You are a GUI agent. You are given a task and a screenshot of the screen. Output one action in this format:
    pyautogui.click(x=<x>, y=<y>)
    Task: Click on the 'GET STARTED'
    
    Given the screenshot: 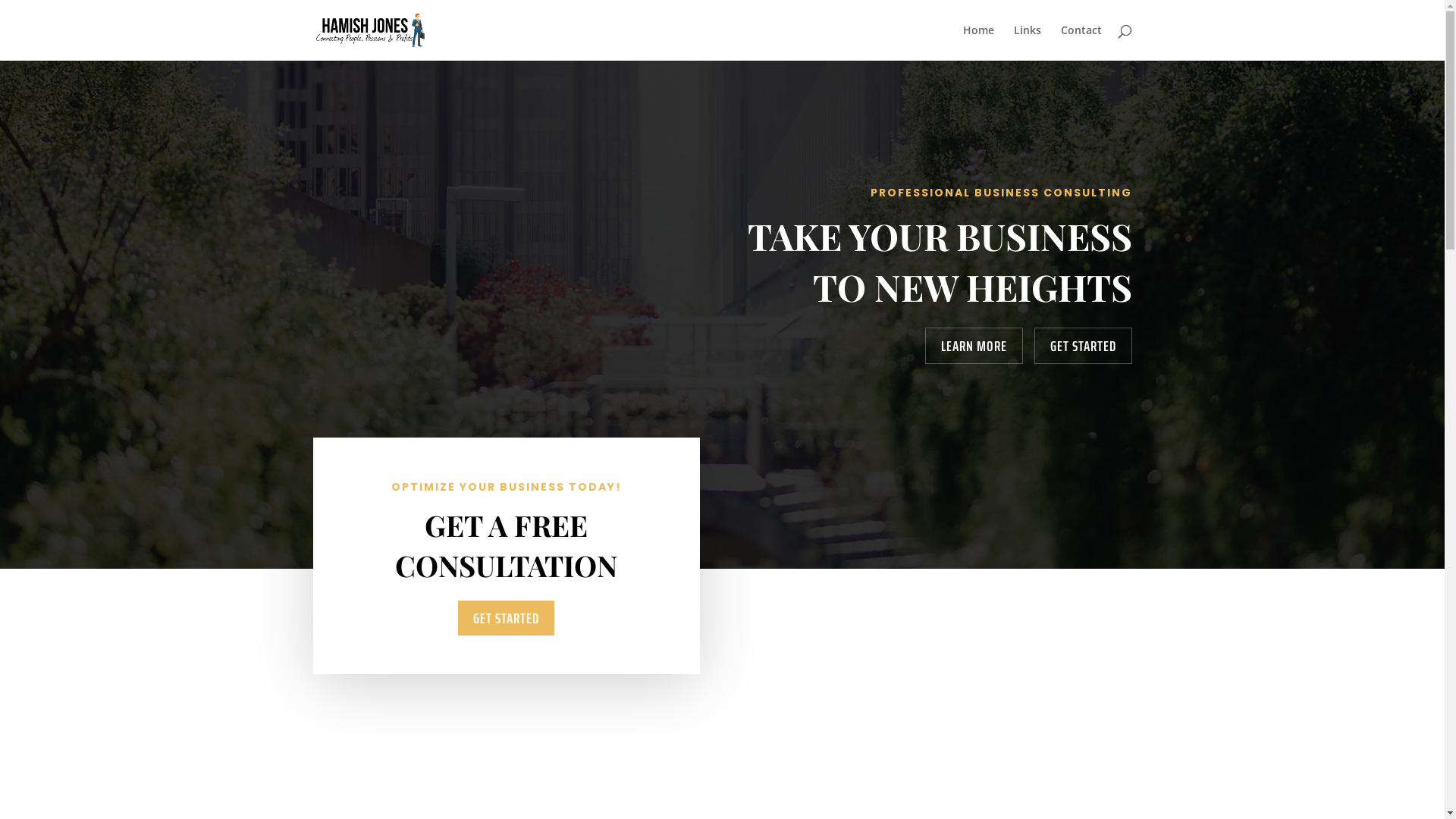 What is the action you would take?
    pyautogui.click(x=1082, y=345)
    